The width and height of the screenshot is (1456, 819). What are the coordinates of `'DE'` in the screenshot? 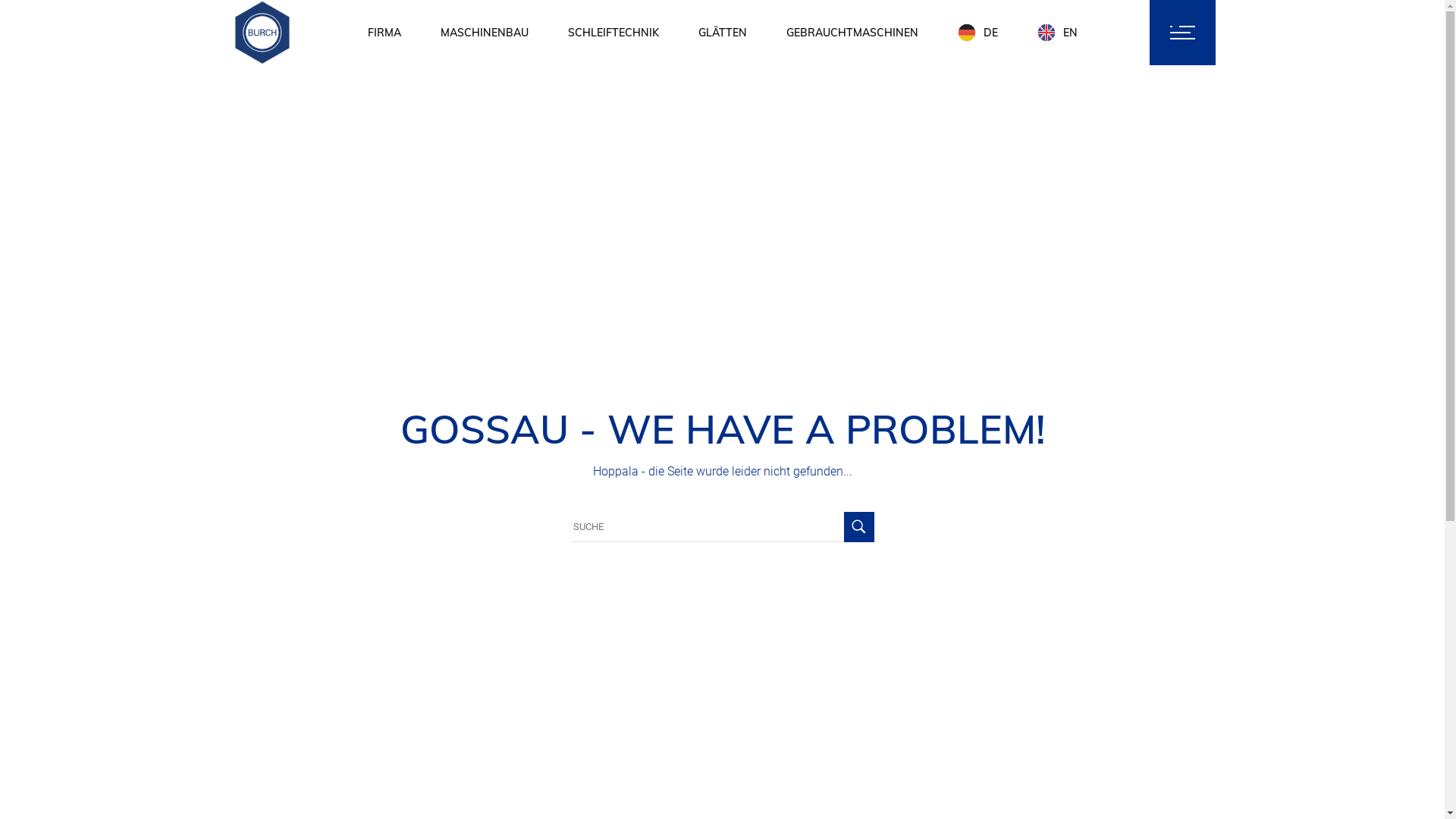 It's located at (977, 32).